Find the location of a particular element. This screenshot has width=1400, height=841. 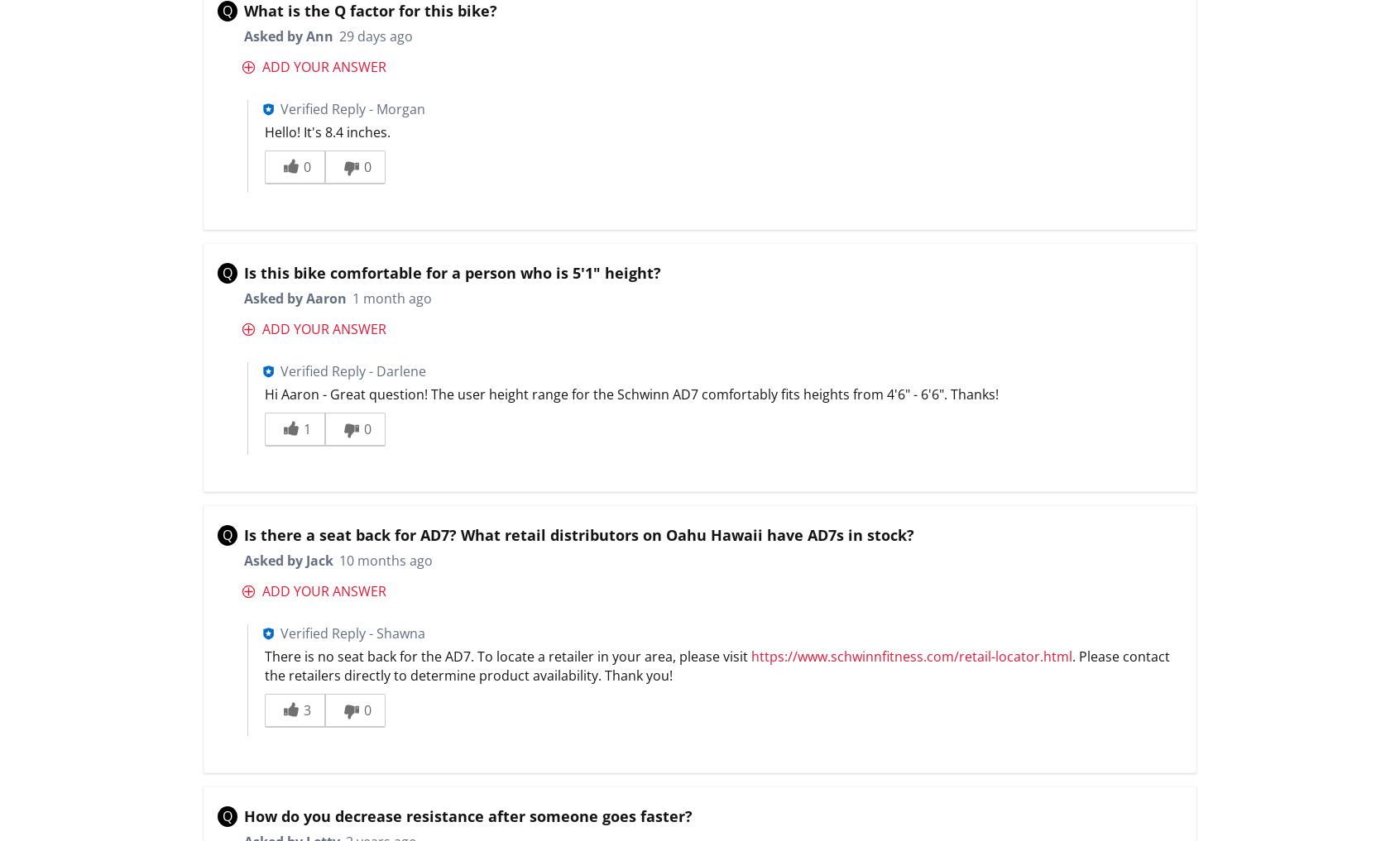

'There is no seat back for the AD7. To locate a retailer in your area, please visit' is located at coordinates (507, 655).